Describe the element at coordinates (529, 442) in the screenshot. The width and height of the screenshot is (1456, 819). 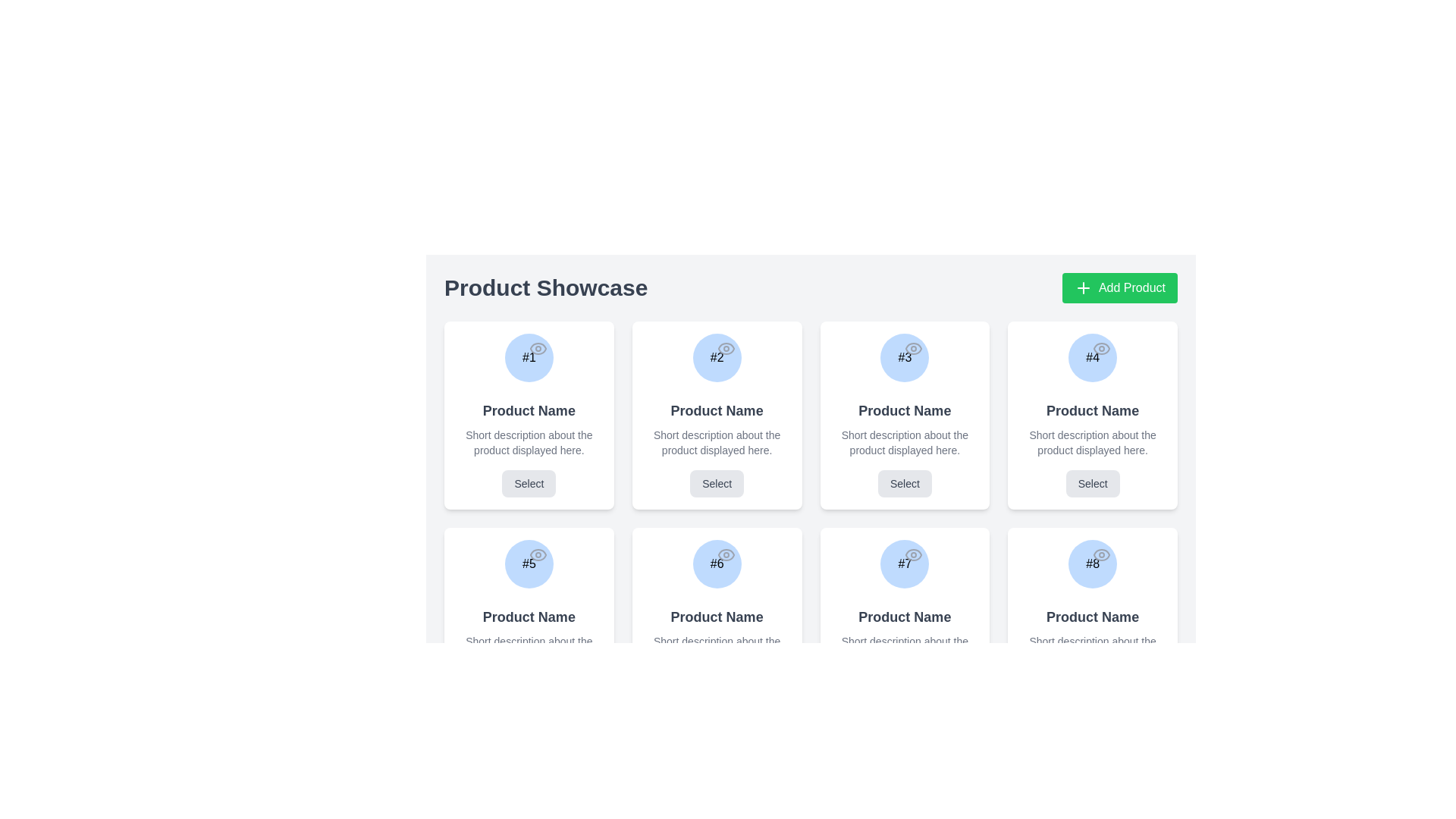
I see `text element displaying 'Short description about the product displayed here.' located within the first product card, beneath the title 'Product Name' and above the 'Select' button` at that location.